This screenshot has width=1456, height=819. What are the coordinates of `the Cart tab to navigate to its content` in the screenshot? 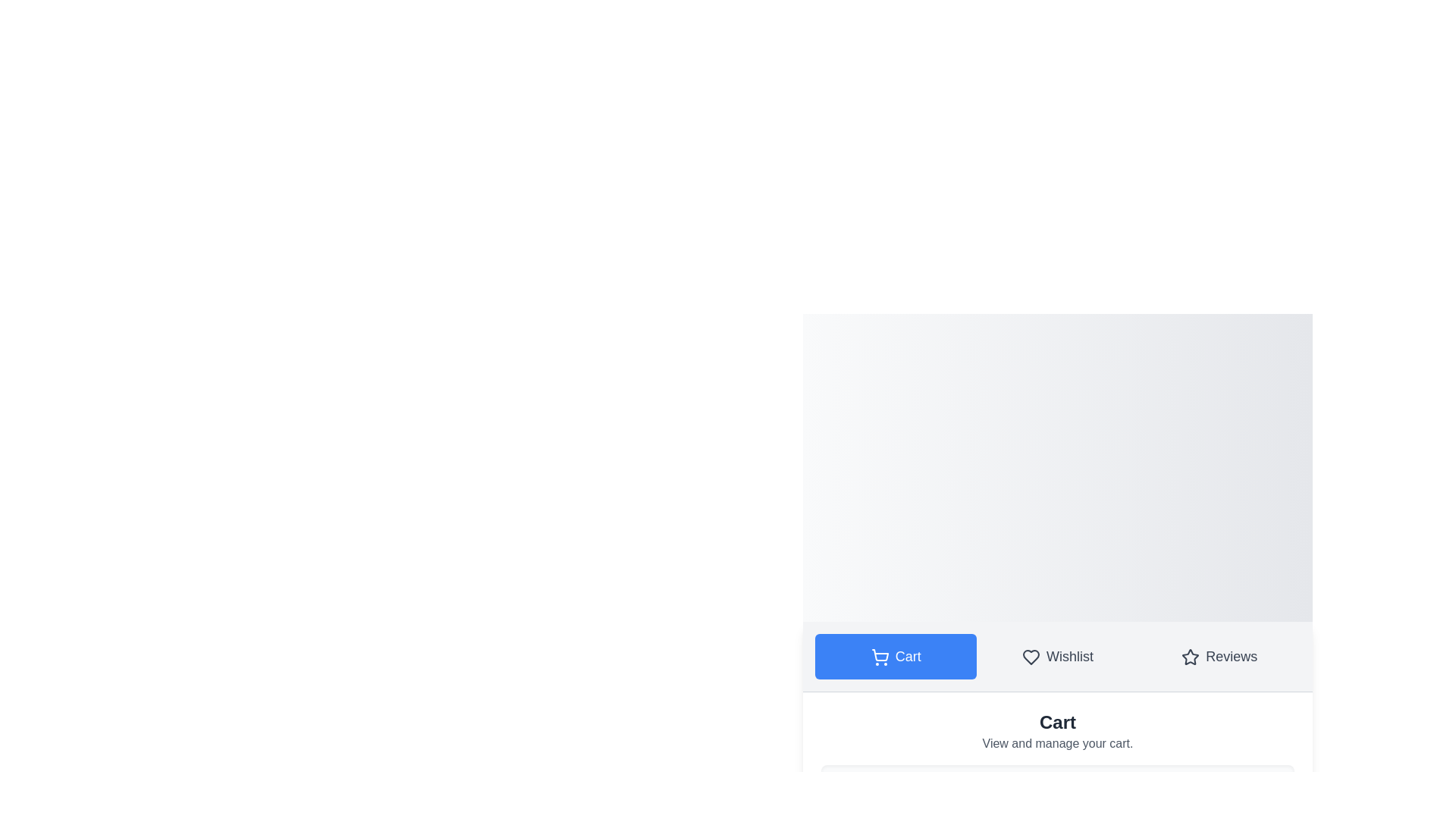 It's located at (896, 655).